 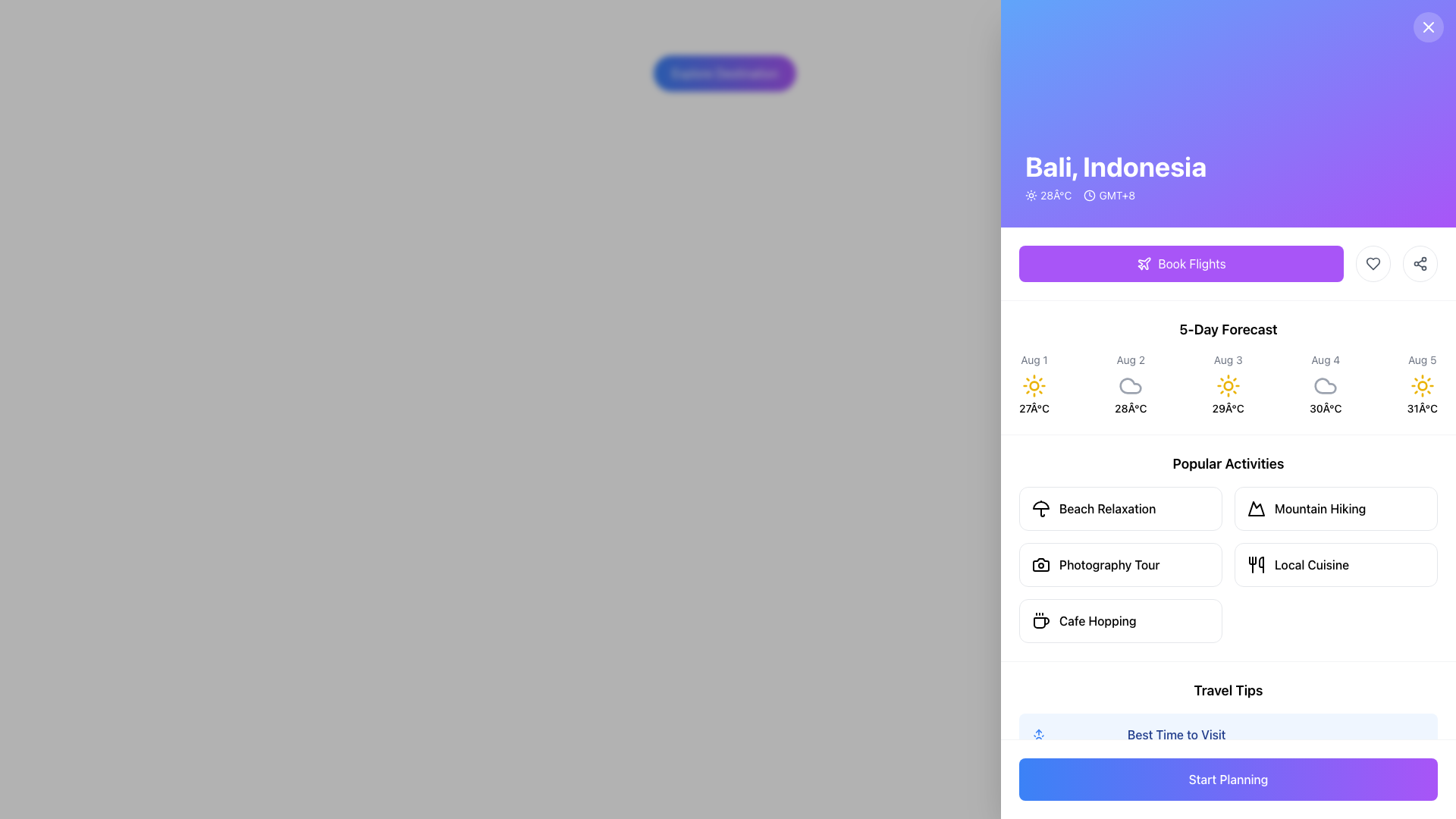 What do you see at coordinates (1131, 385) in the screenshot?
I see `the gray cloud icon located in the '5-Day Forecast' section, positioned below the date 'Aug 2' and above the temperature '28°C'` at bounding box center [1131, 385].